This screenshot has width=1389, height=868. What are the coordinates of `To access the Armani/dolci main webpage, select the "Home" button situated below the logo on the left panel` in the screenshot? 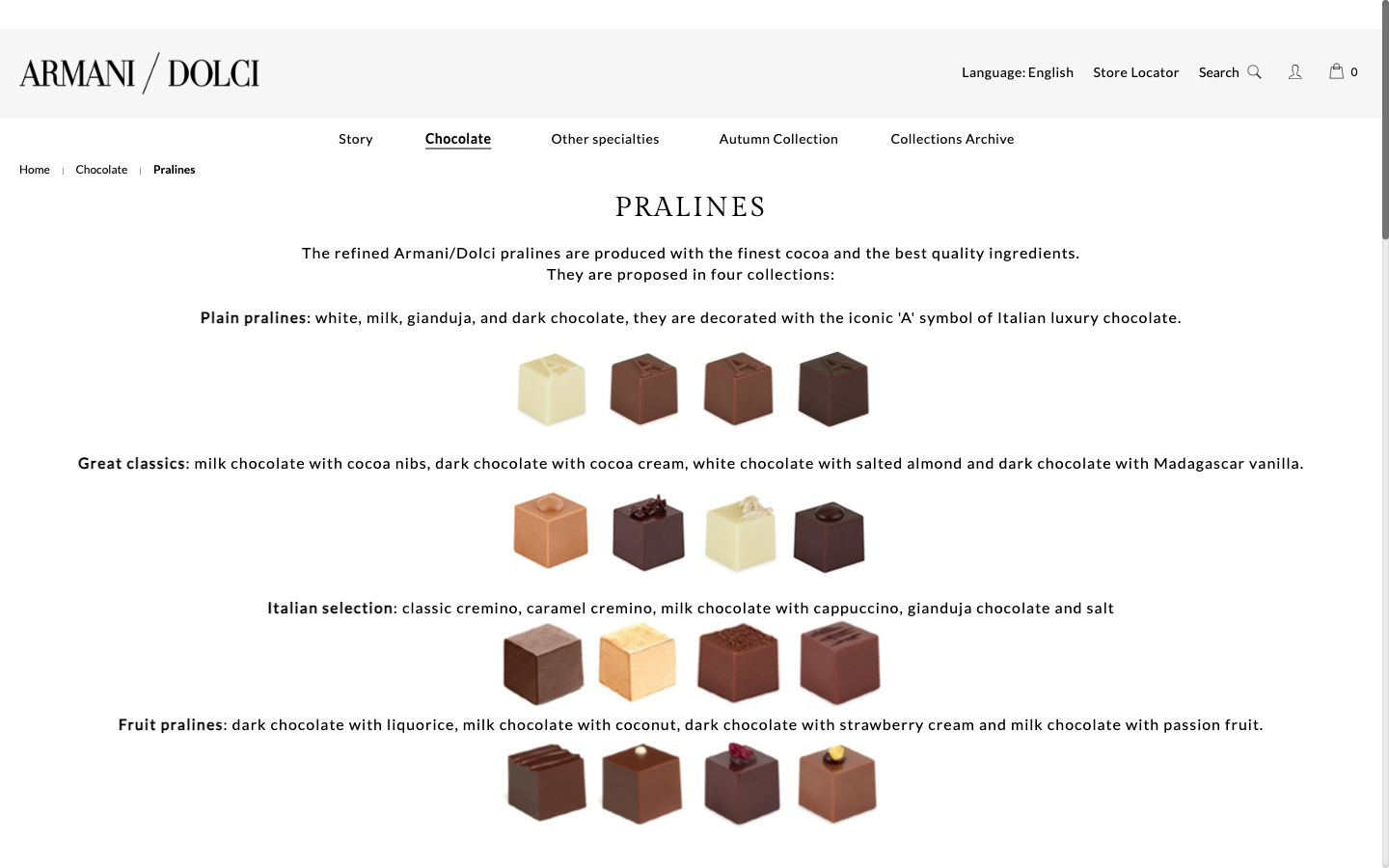 It's located at (34, 169).